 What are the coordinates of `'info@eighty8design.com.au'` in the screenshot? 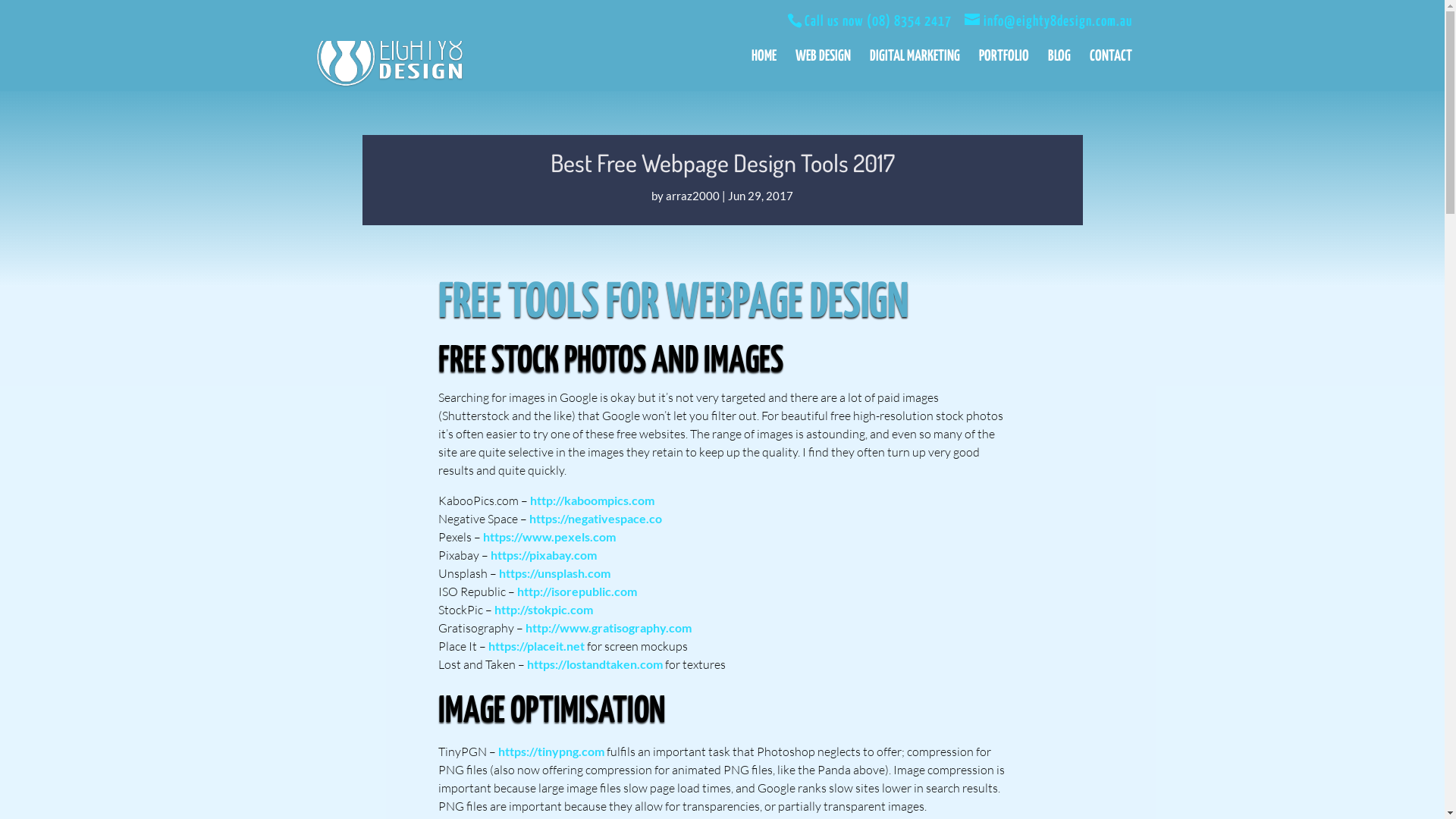 It's located at (964, 21).